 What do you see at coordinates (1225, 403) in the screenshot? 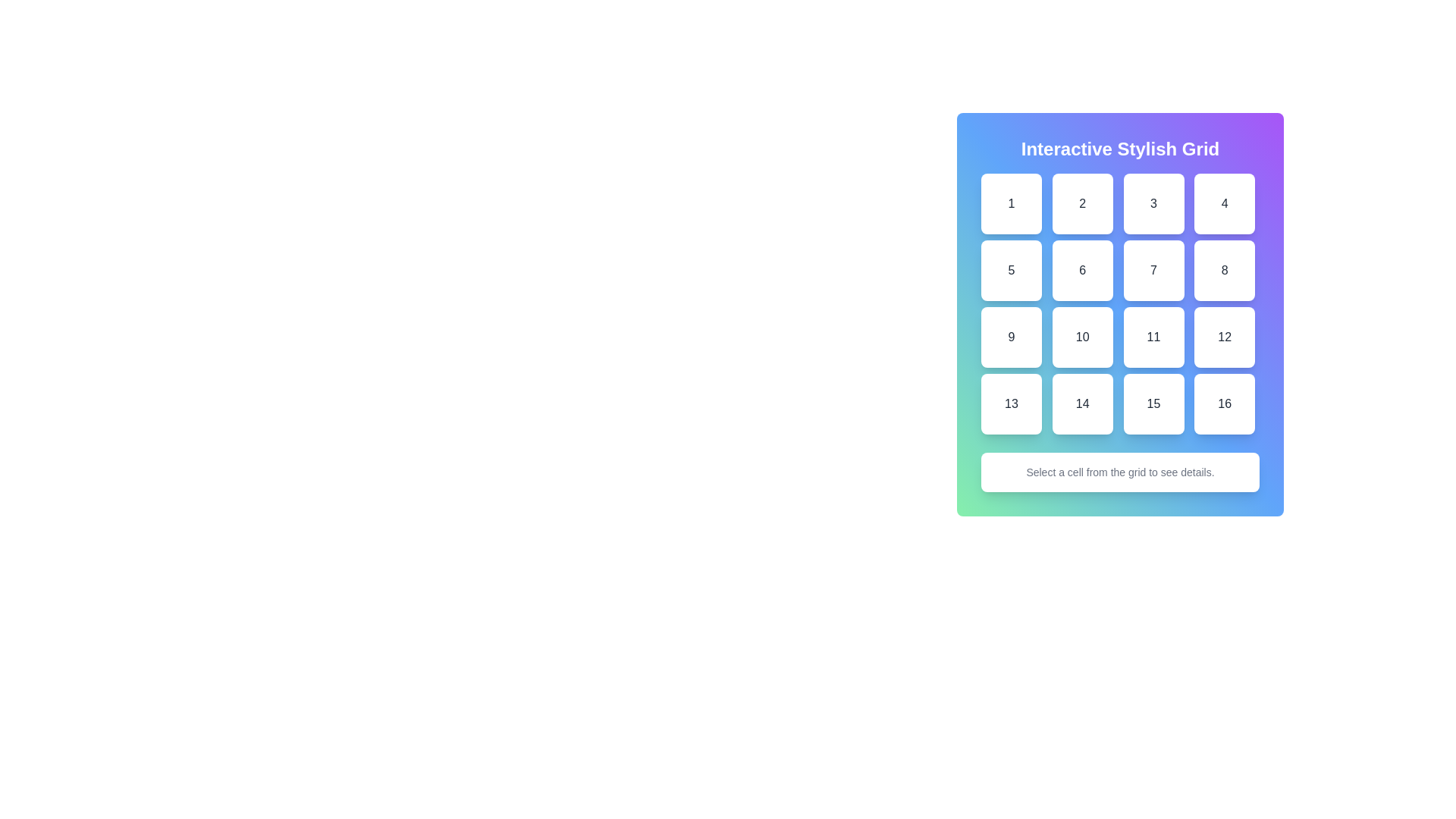
I see `the button element that is square-shaped with a white background and contains the number '16' in bold dark-gray font, located in the fourth column and fourth row of a 4x4 grid layout` at bounding box center [1225, 403].